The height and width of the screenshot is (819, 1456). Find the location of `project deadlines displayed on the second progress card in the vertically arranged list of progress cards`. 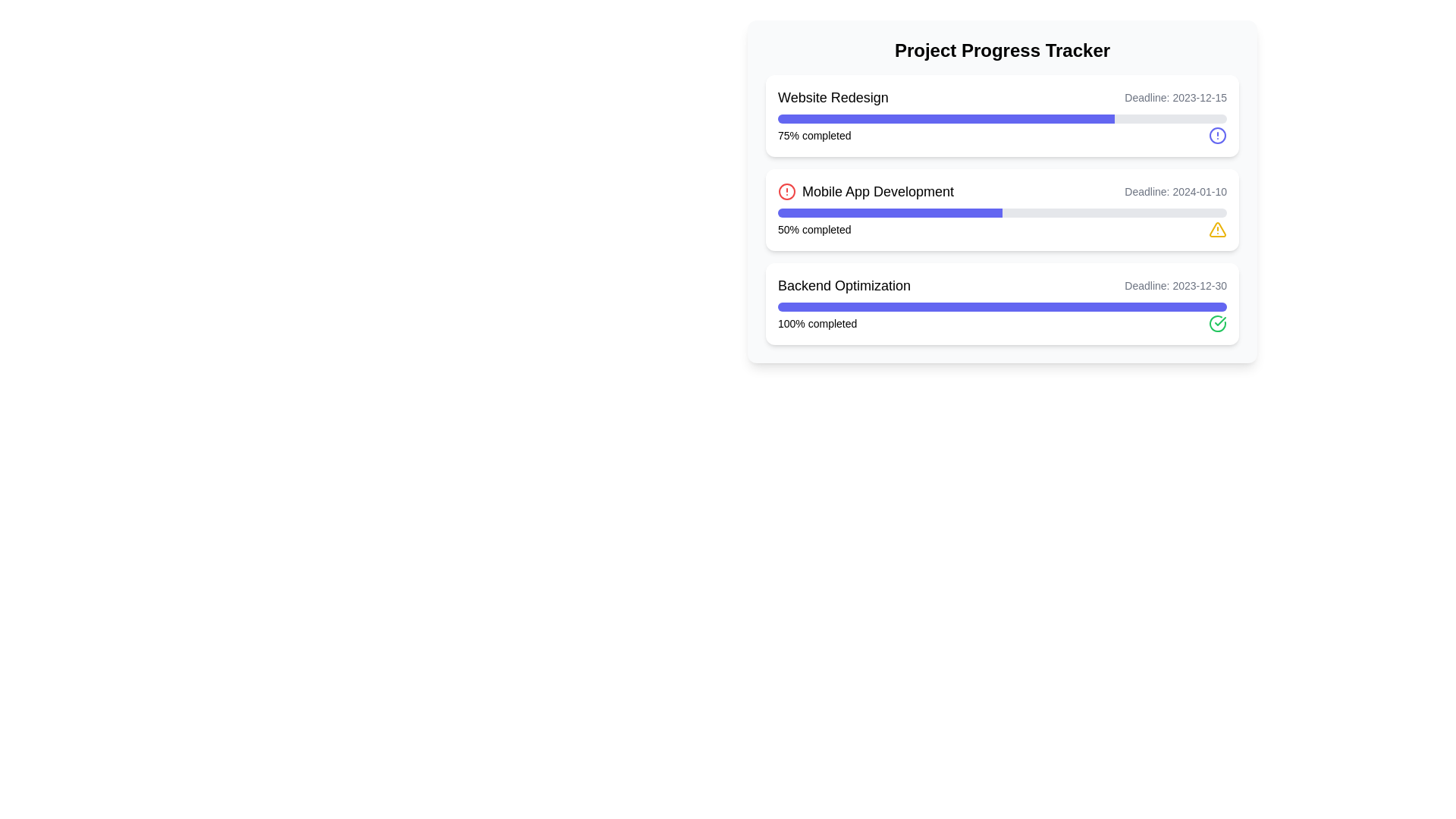

project deadlines displayed on the second progress card in the vertically arranged list of progress cards is located at coordinates (1002, 210).